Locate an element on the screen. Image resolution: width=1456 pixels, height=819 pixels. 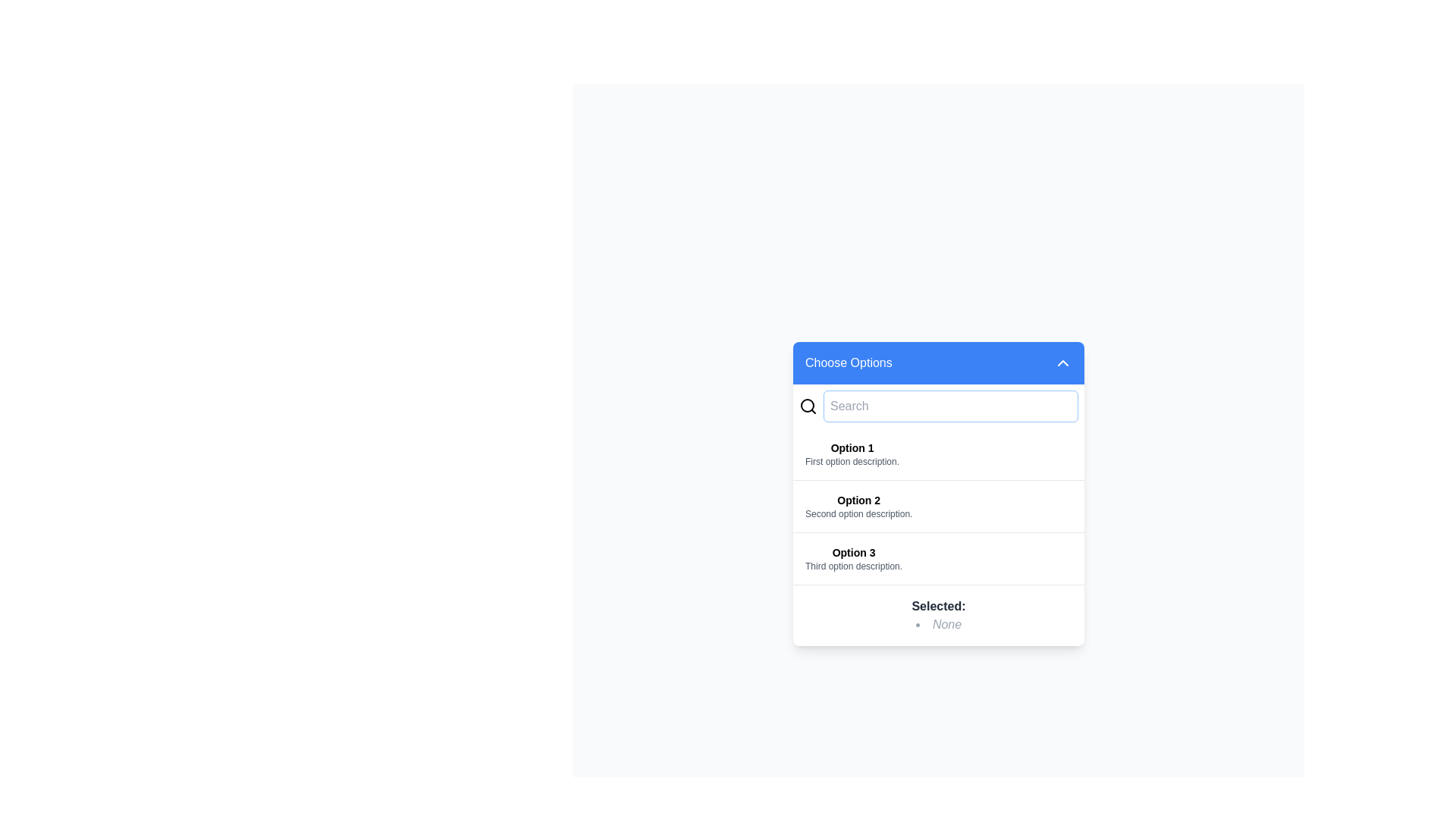
the text label containing 'First option description', which is styled with a small font size and gray color, positioned directly below the bold title 'Option 1' is located at coordinates (852, 460).